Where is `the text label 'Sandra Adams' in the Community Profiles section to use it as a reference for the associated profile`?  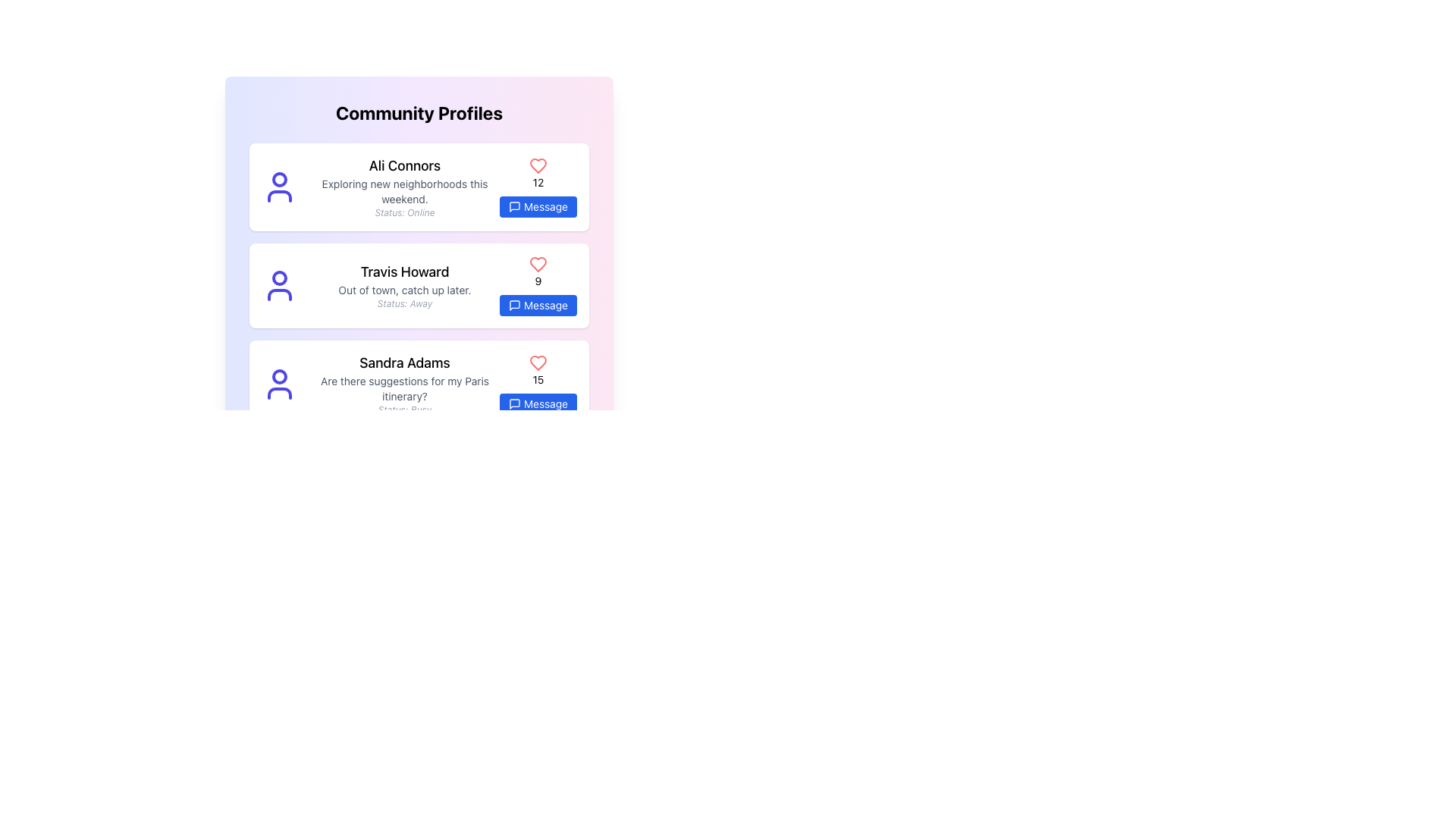
the text label 'Sandra Adams' in the Community Profiles section to use it as a reference for the associated profile is located at coordinates (404, 362).